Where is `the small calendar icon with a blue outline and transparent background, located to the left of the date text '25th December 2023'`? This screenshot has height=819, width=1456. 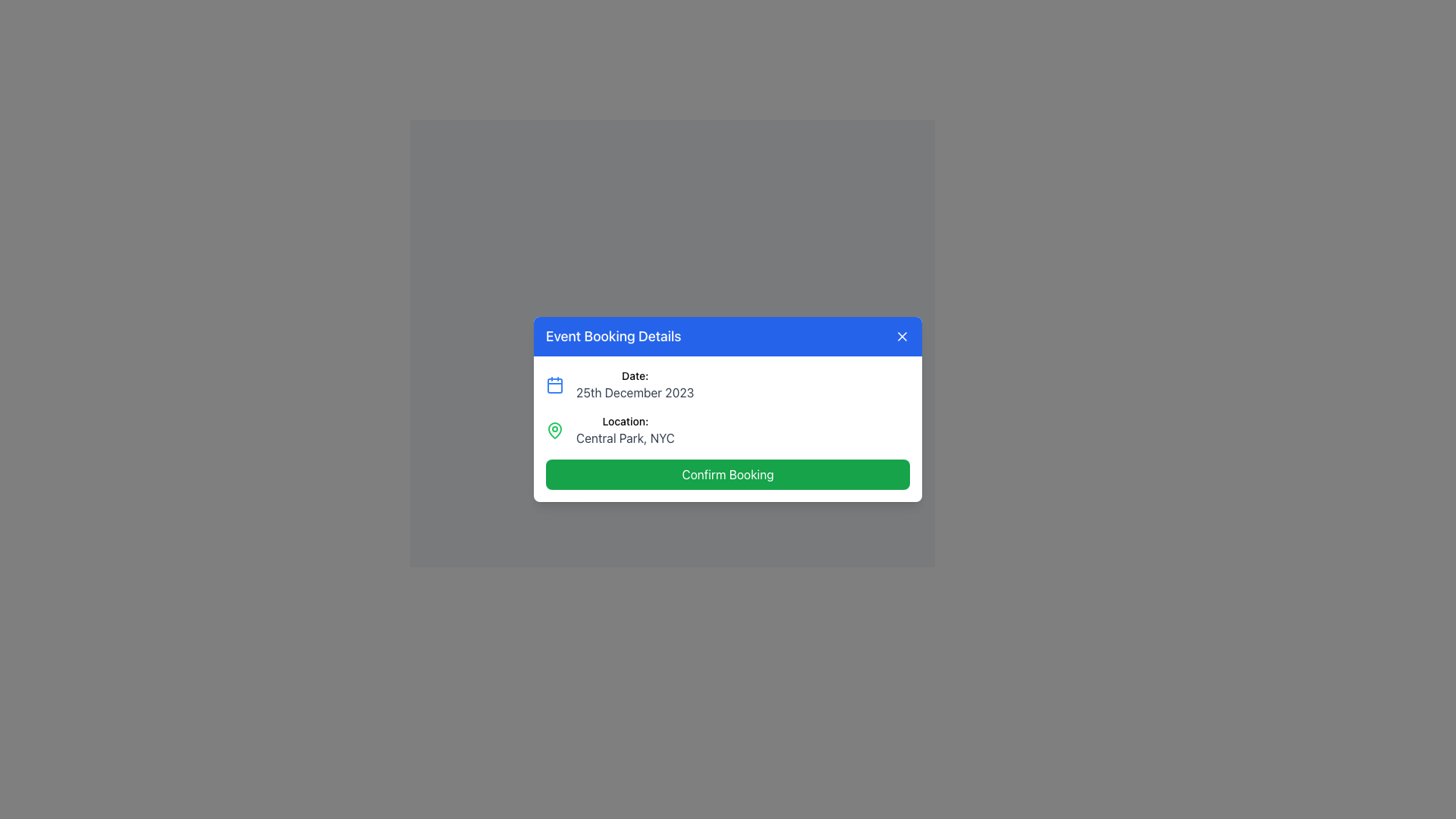
the small calendar icon with a blue outline and transparent background, located to the left of the date text '25th December 2023' is located at coordinates (554, 384).